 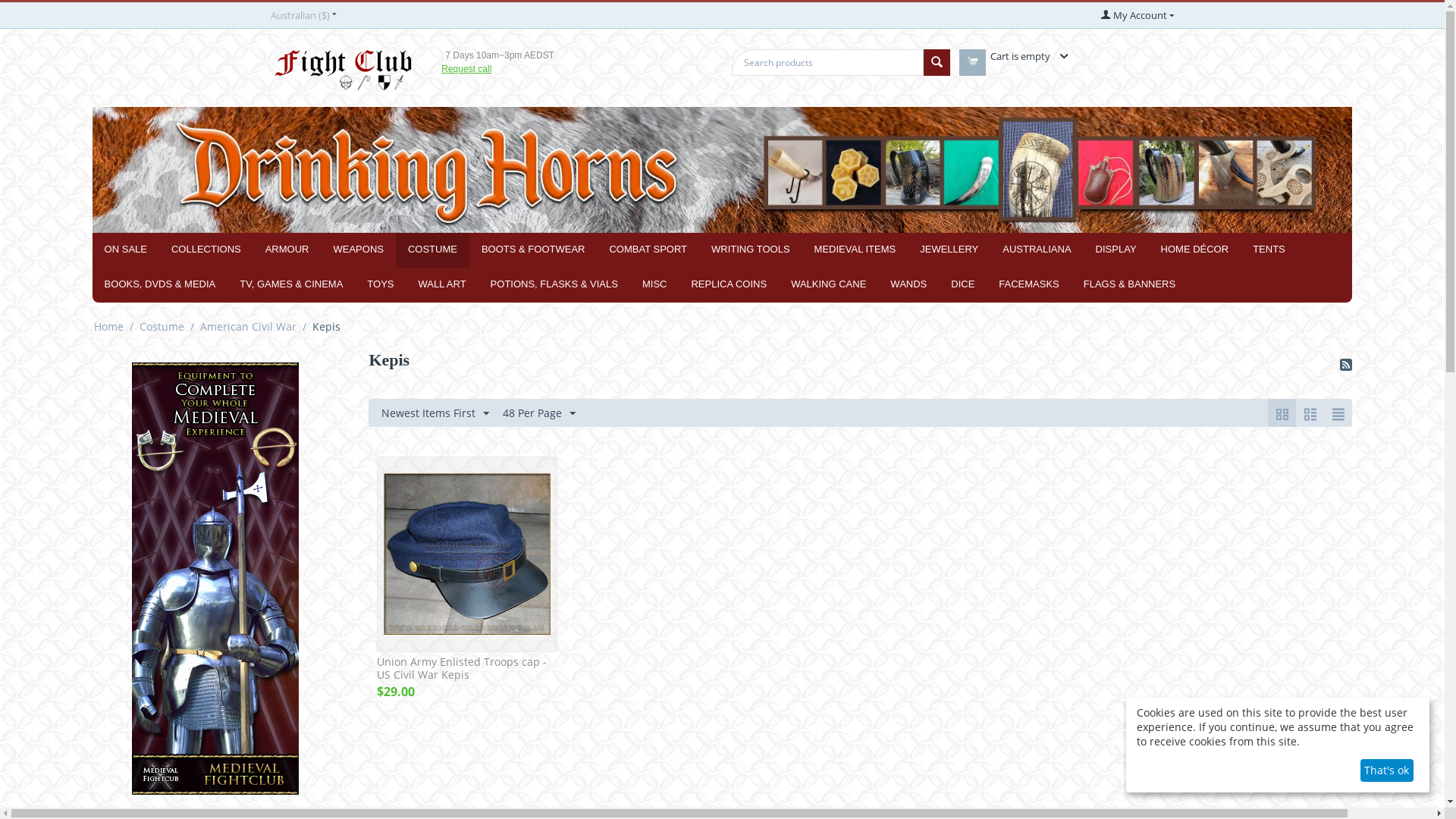 What do you see at coordinates (91, 325) in the screenshot?
I see `'Home'` at bounding box center [91, 325].